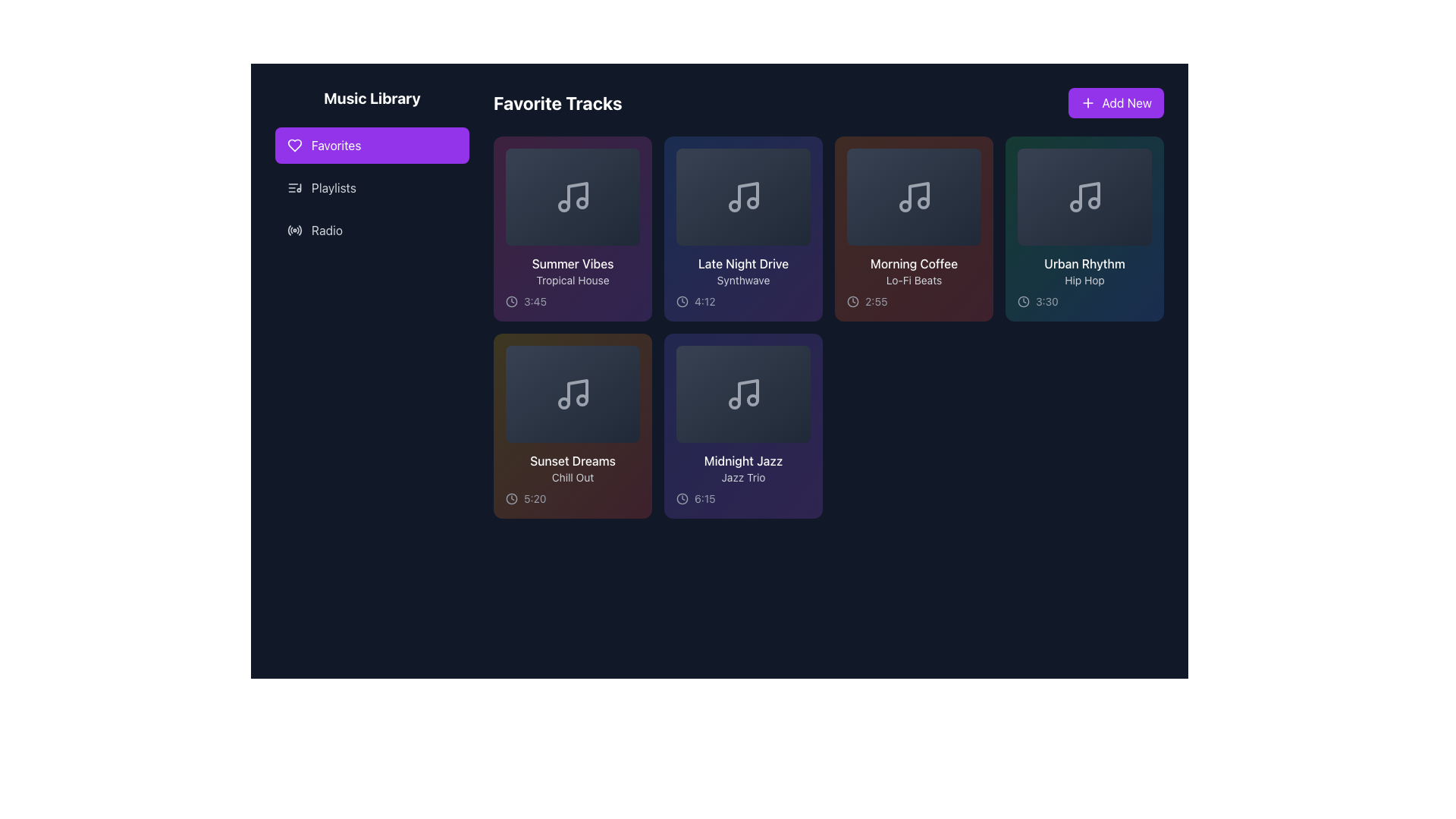 This screenshot has width=1456, height=819. What do you see at coordinates (743, 394) in the screenshot?
I see `the music note SVG icon located in the third card of the second row in the grid layout of favorite tracks` at bounding box center [743, 394].